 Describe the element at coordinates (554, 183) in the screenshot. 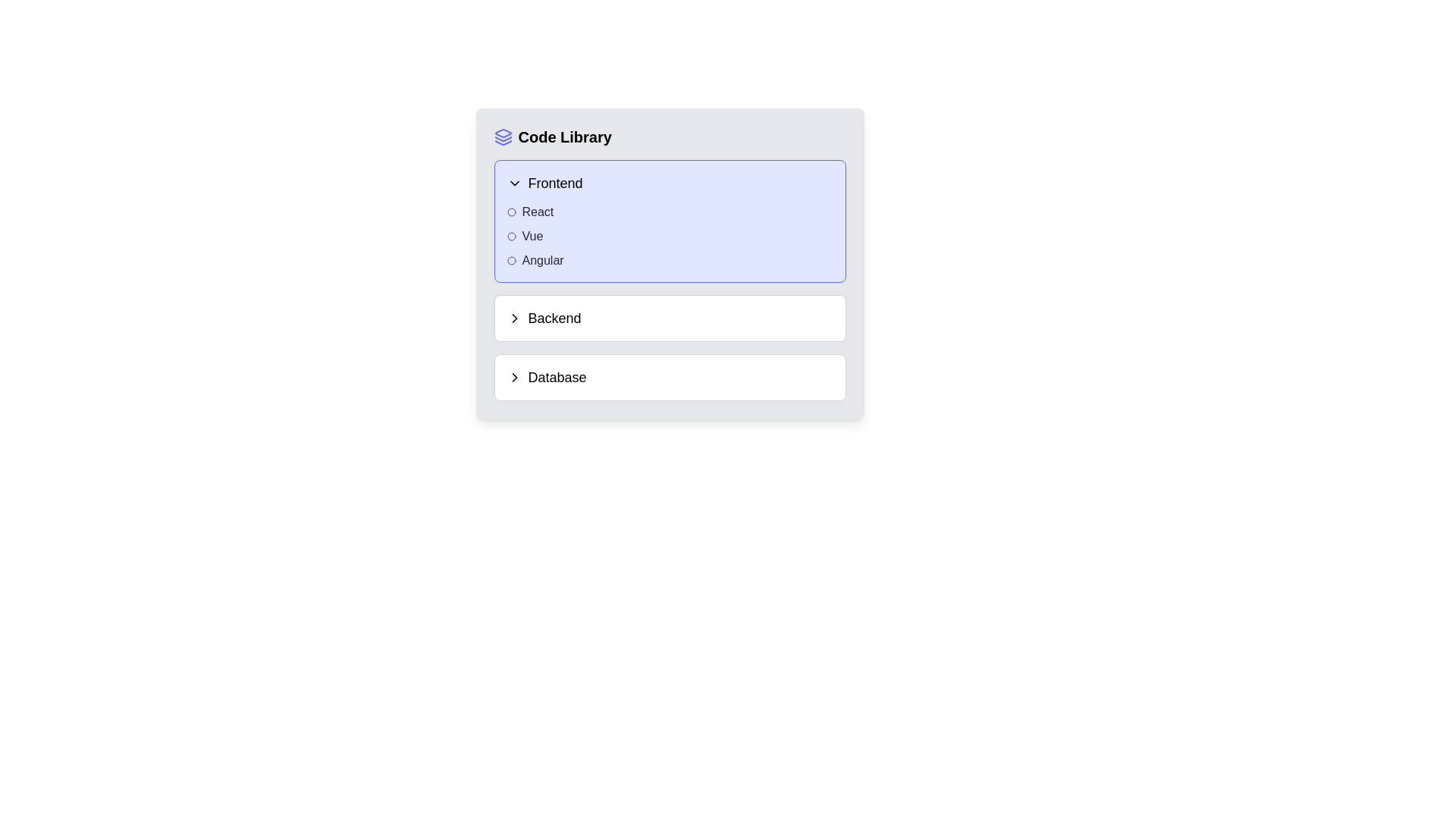

I see `the Text Label that serves as the title for the collapsible section labeled 'Frontend' within the 'Code Library' dropdown` at that location.